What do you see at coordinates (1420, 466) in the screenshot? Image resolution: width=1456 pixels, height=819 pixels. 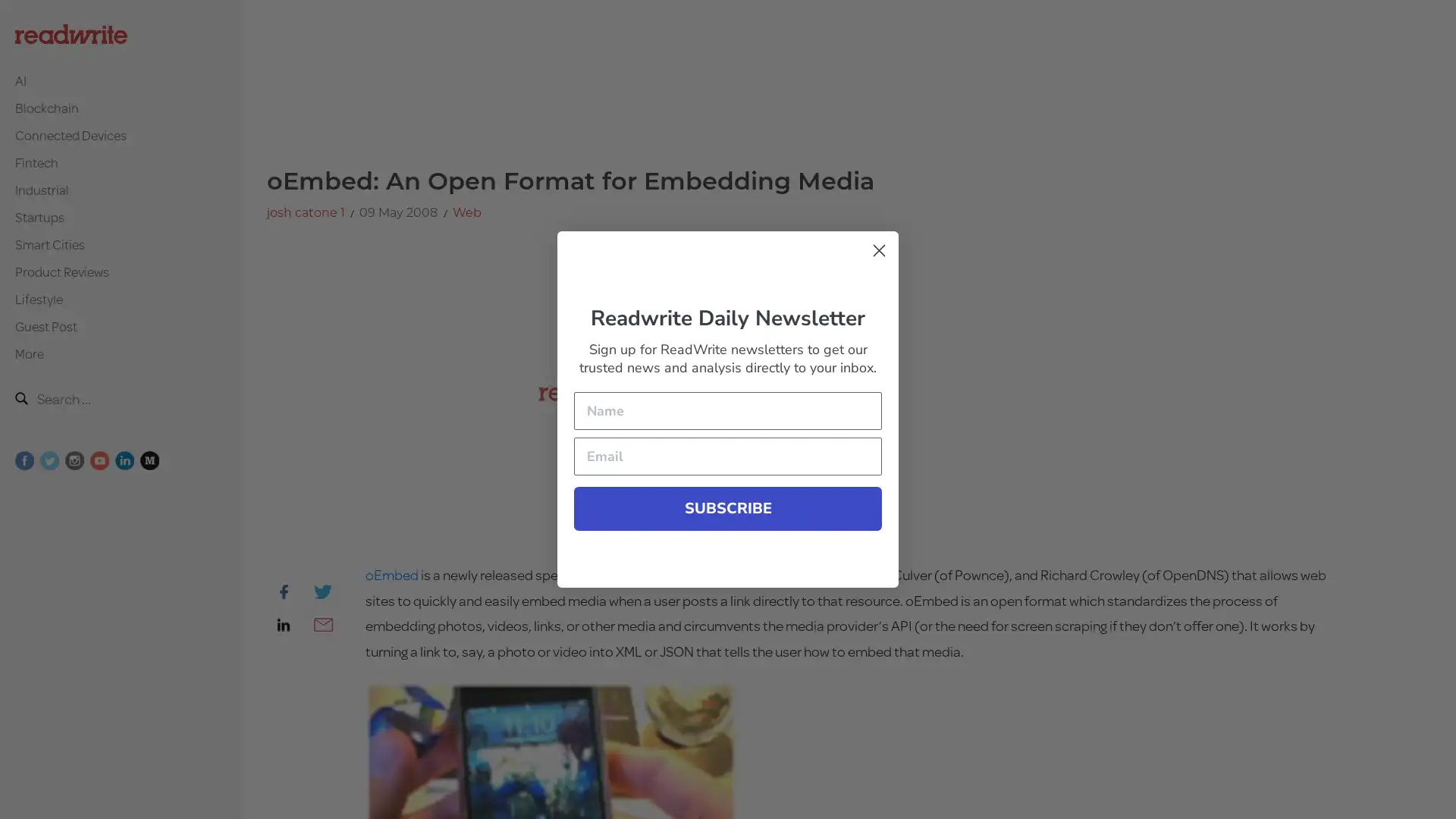 I see `Close form` at bounding box center [1420, 466].